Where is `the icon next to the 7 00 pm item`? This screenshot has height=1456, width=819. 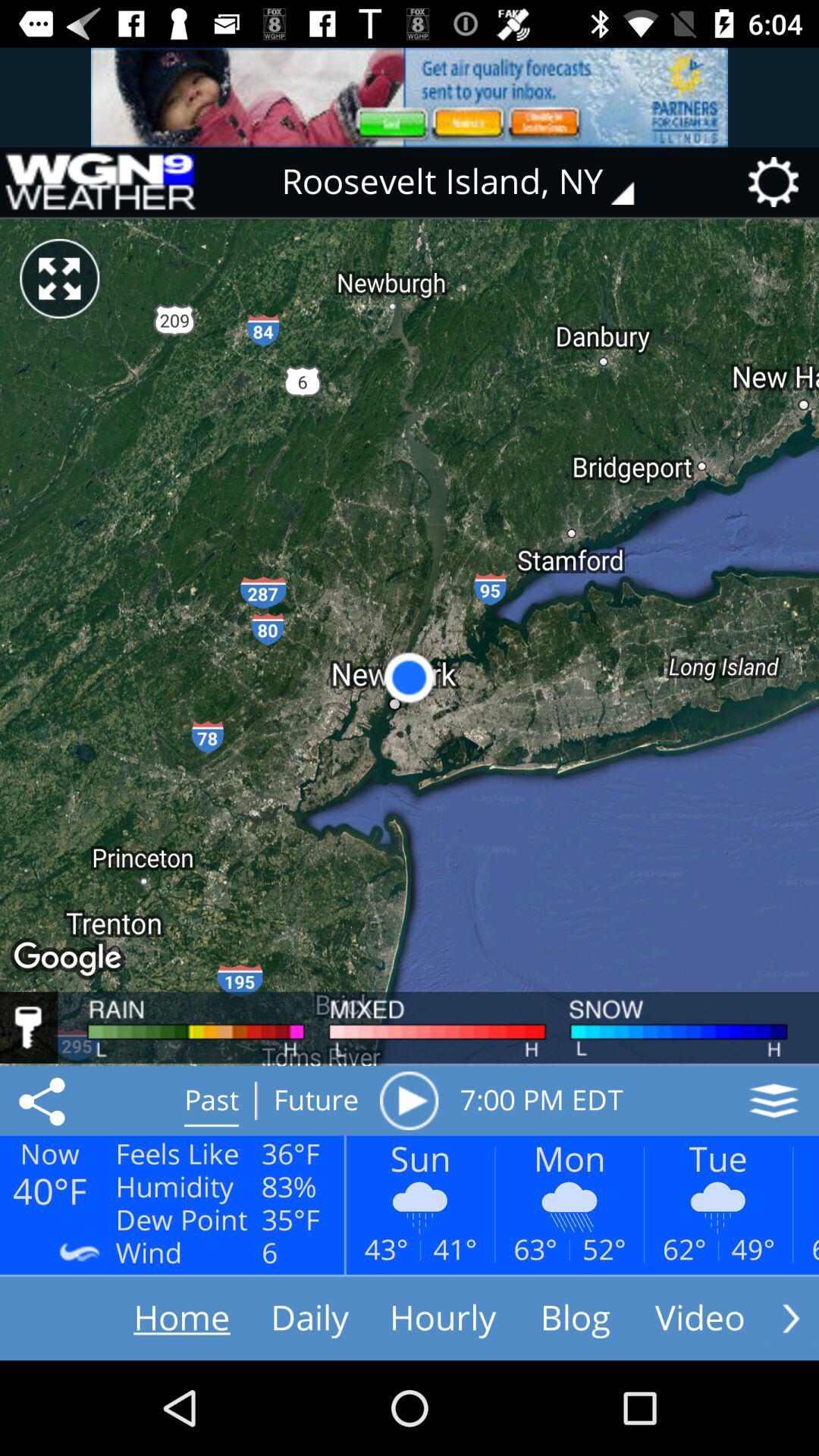 the icon next to the 7 00 pm item is located at coordinates (773, 1100).